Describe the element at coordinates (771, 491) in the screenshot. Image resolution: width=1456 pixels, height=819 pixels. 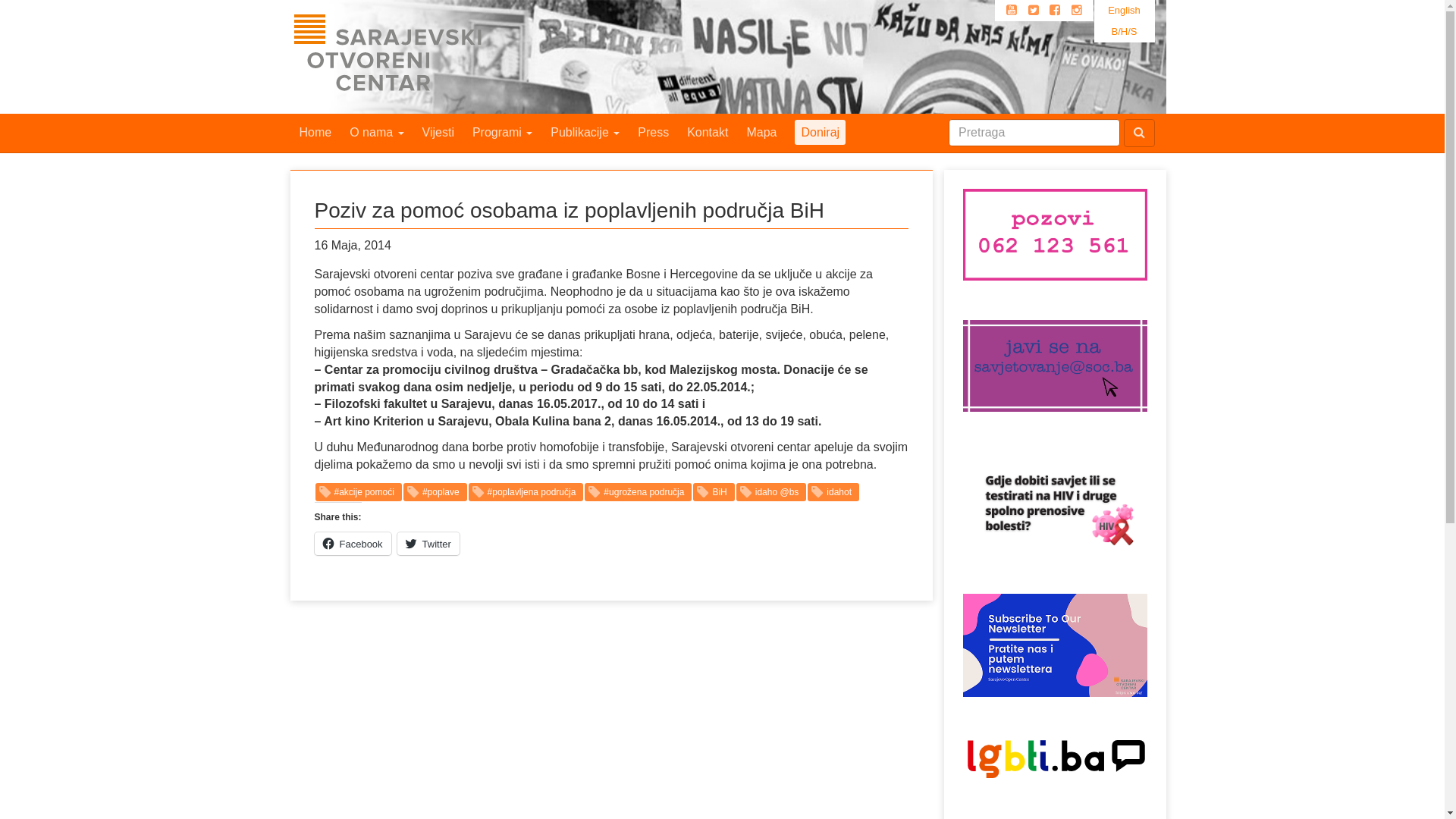
I see `'idaho @bs'` at that location.